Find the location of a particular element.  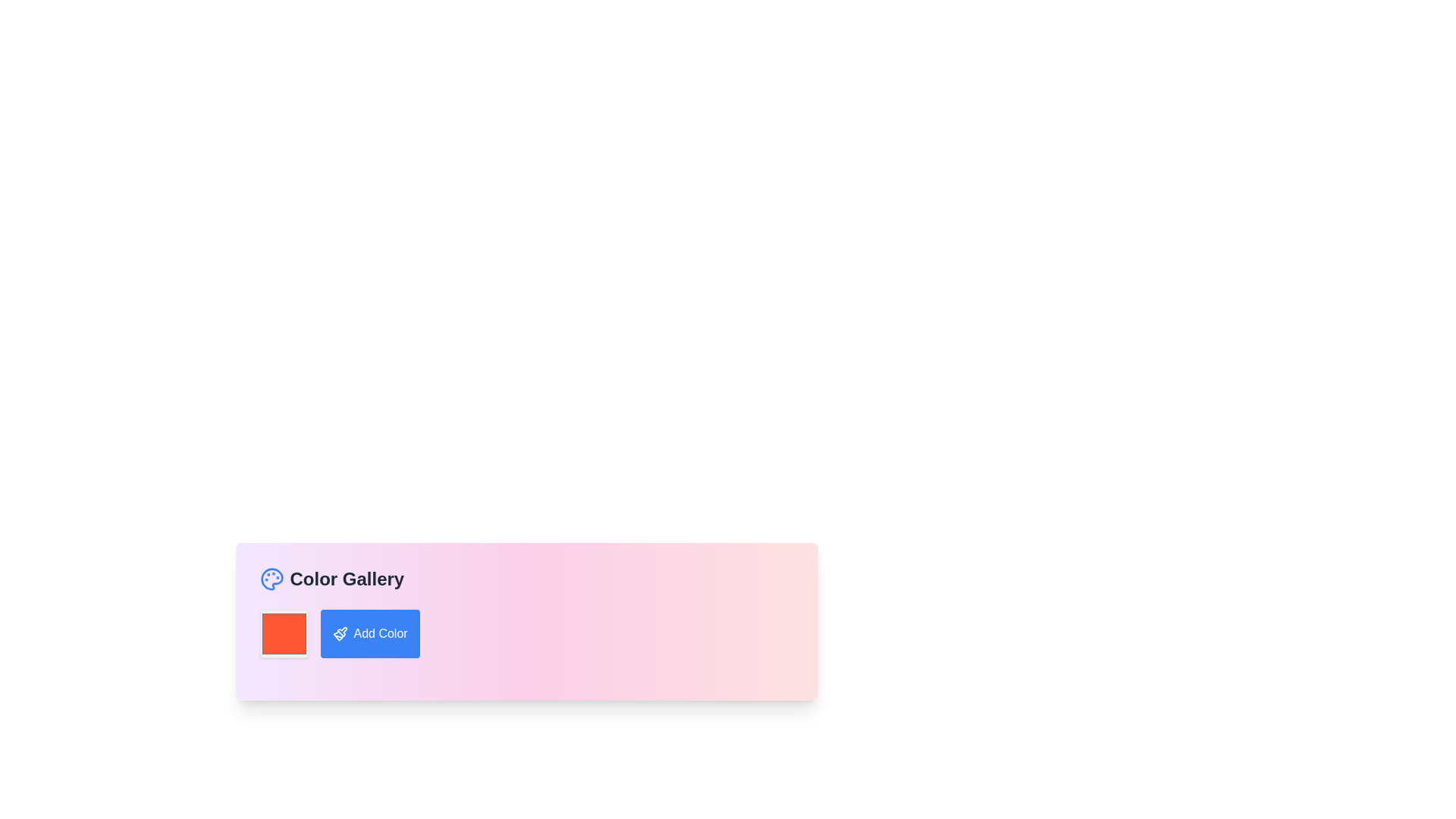

the blue button labeled 'Add Color' that contains a minimalistic blue paintbrush icon located towards the center-right of the 'Color Gallery' section is located at coordinates (339, 634).